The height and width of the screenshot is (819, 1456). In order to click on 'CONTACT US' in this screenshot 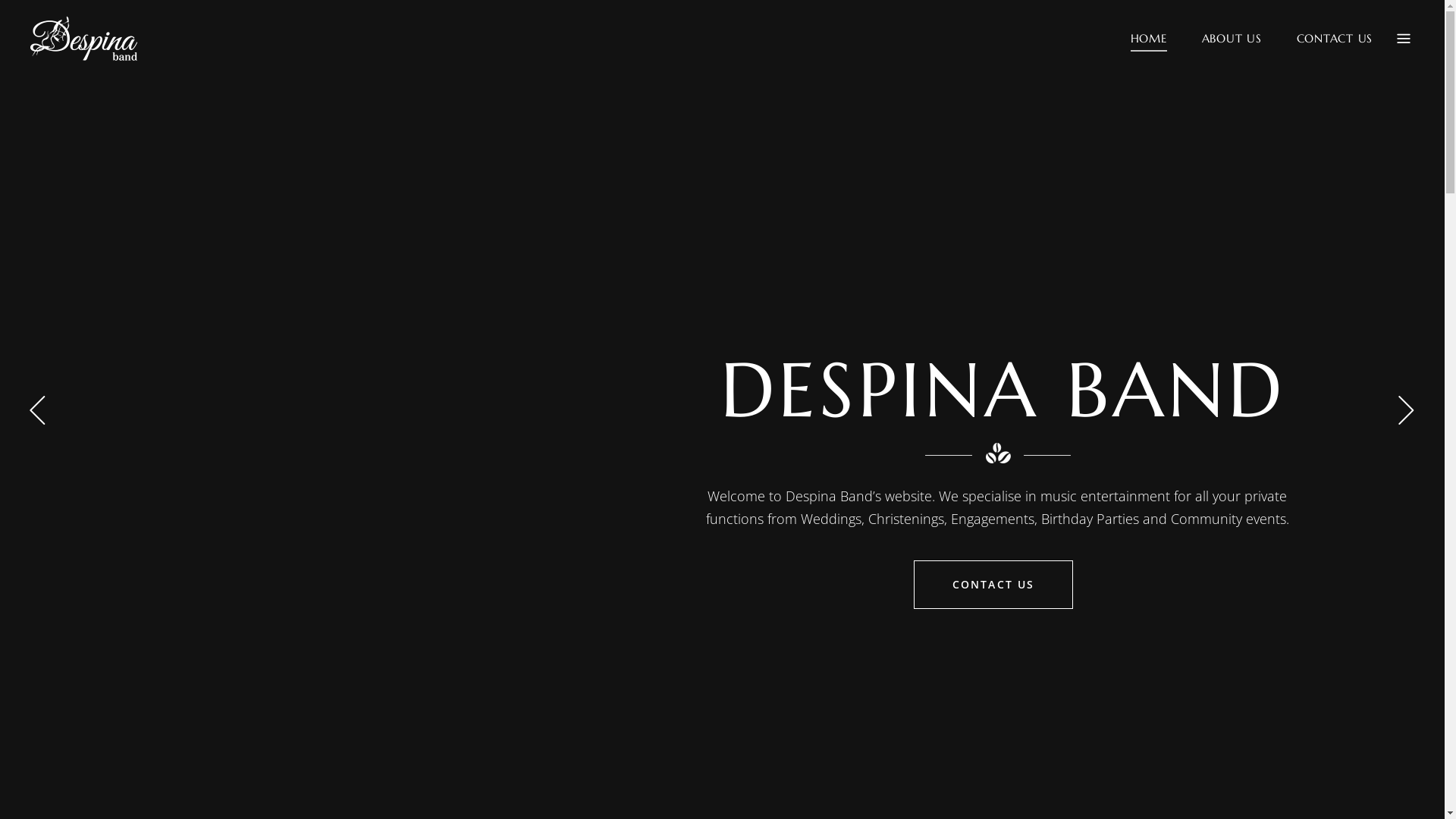, I will do `click(1277, 37)`.